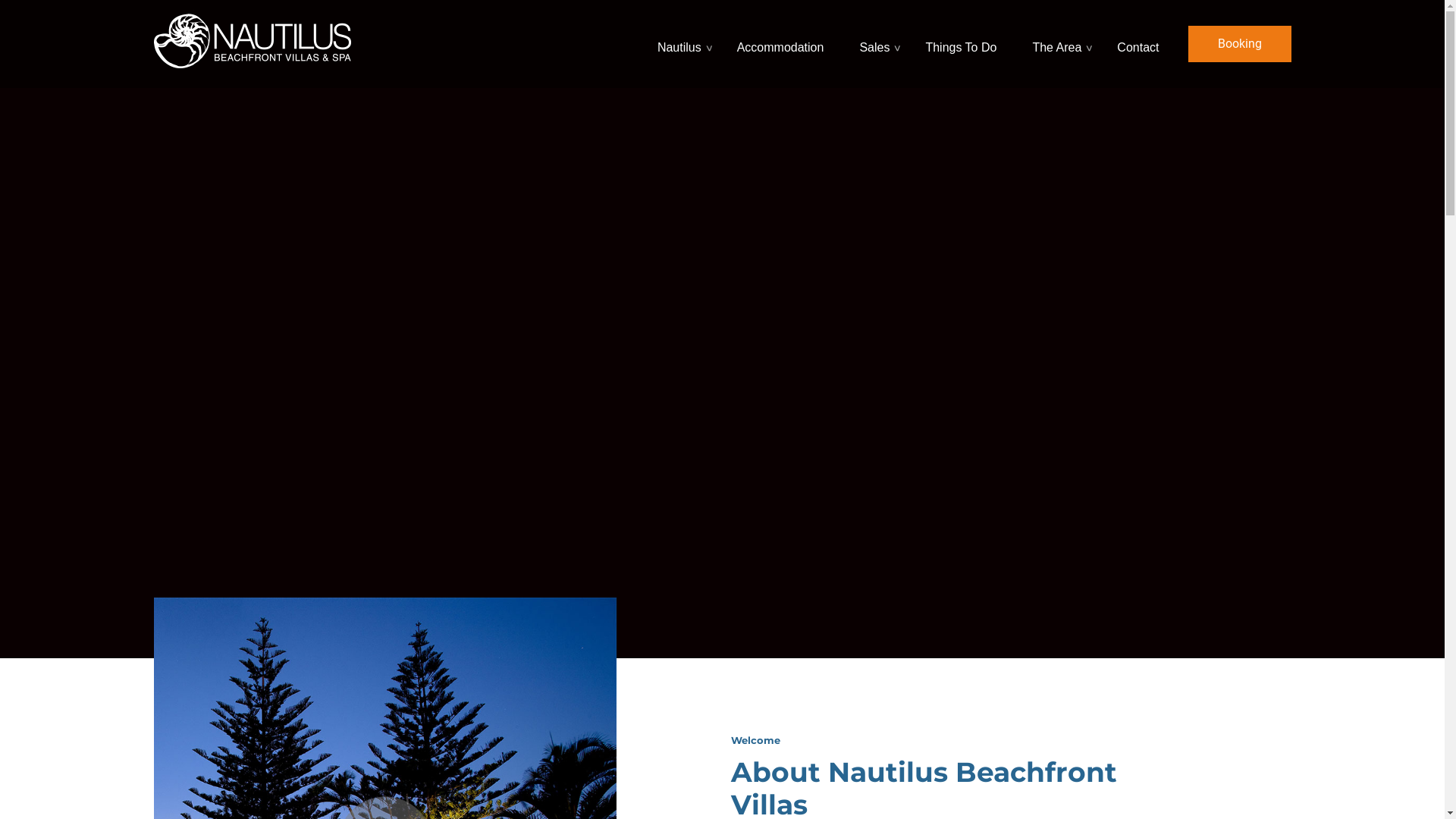 This screenshot has width=1456, height=819. Describe the element at coordinates (1238, 42) in the screenshot. I see `'Booking'` at that location.